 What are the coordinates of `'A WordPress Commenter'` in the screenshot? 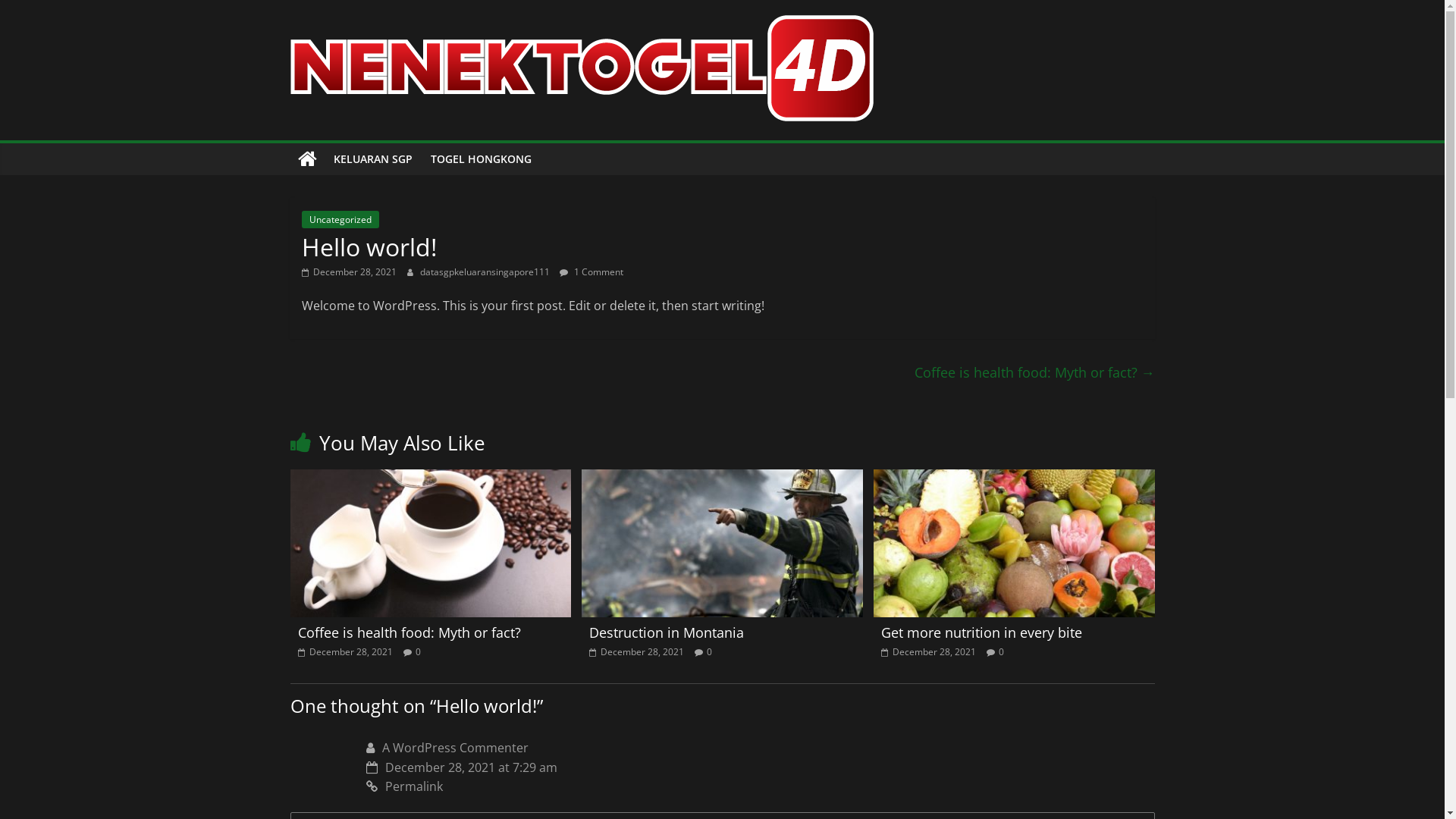 It's located at (382, 747).